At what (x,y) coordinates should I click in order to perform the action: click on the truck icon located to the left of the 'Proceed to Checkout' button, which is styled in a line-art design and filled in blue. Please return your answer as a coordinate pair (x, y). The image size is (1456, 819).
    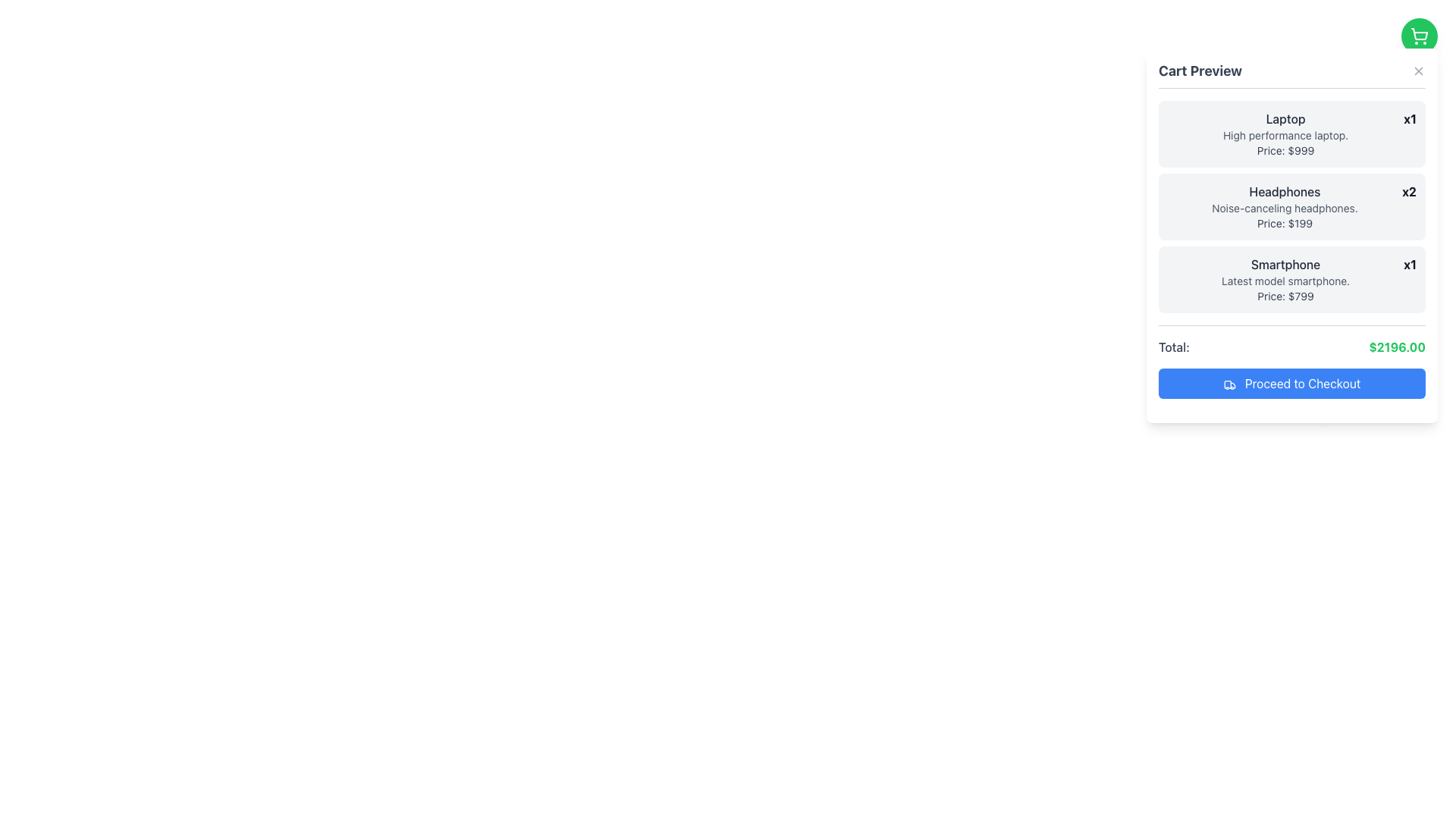
    Looking at the image, I should click on (1229, 384).